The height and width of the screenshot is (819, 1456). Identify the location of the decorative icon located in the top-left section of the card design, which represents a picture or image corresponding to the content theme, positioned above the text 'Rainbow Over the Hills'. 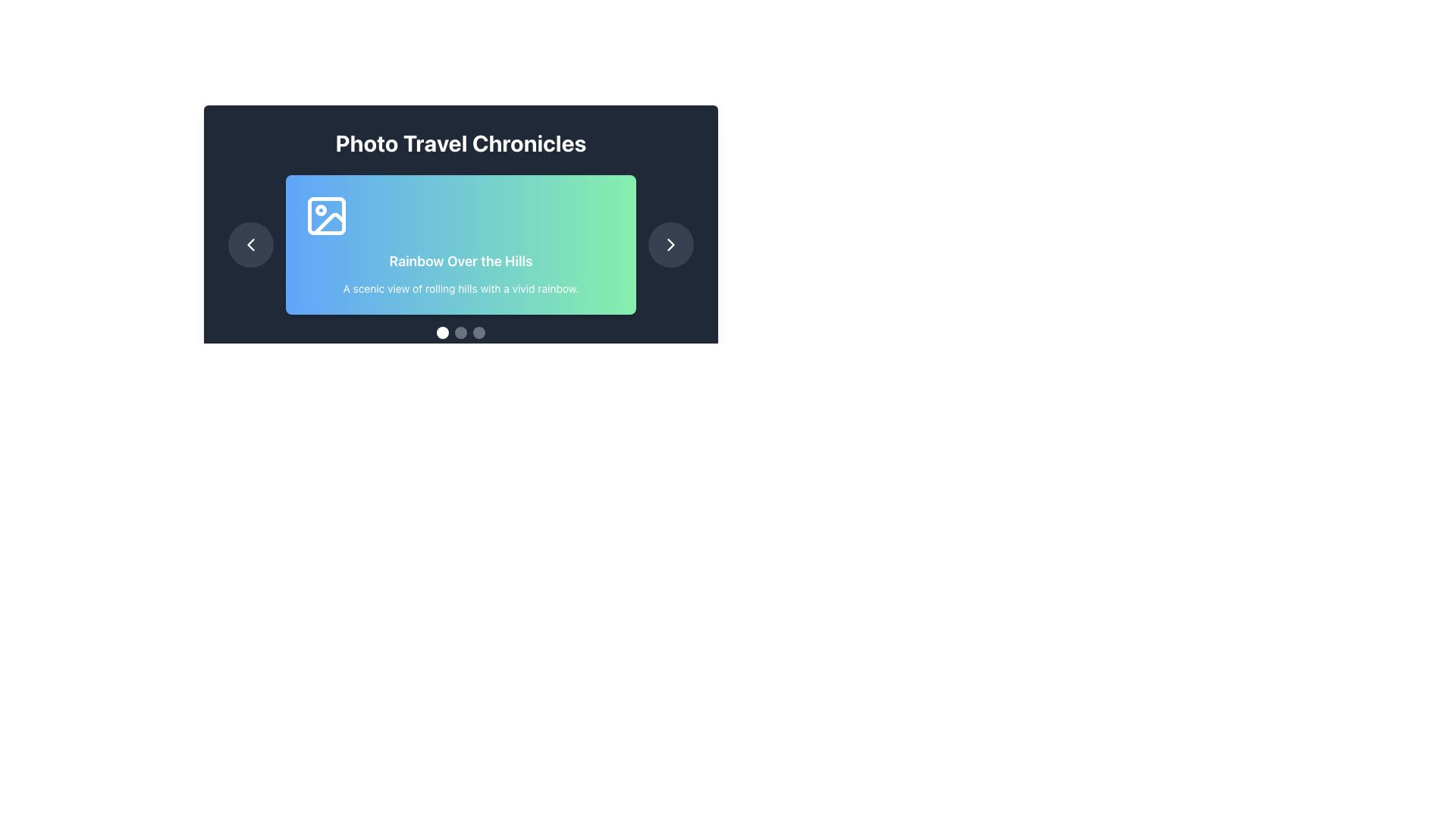
(326, 216).